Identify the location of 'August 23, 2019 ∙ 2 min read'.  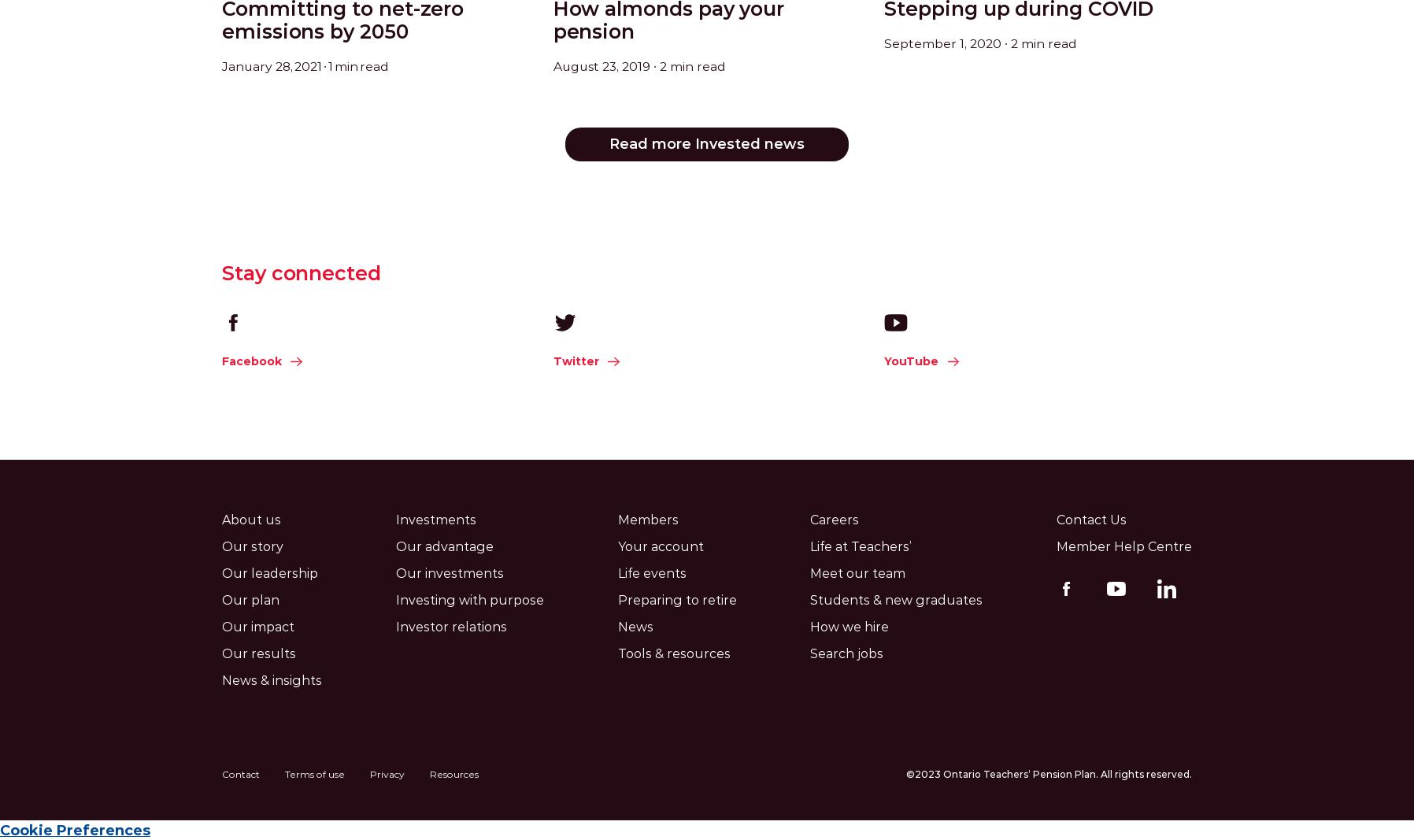
(553, 65).